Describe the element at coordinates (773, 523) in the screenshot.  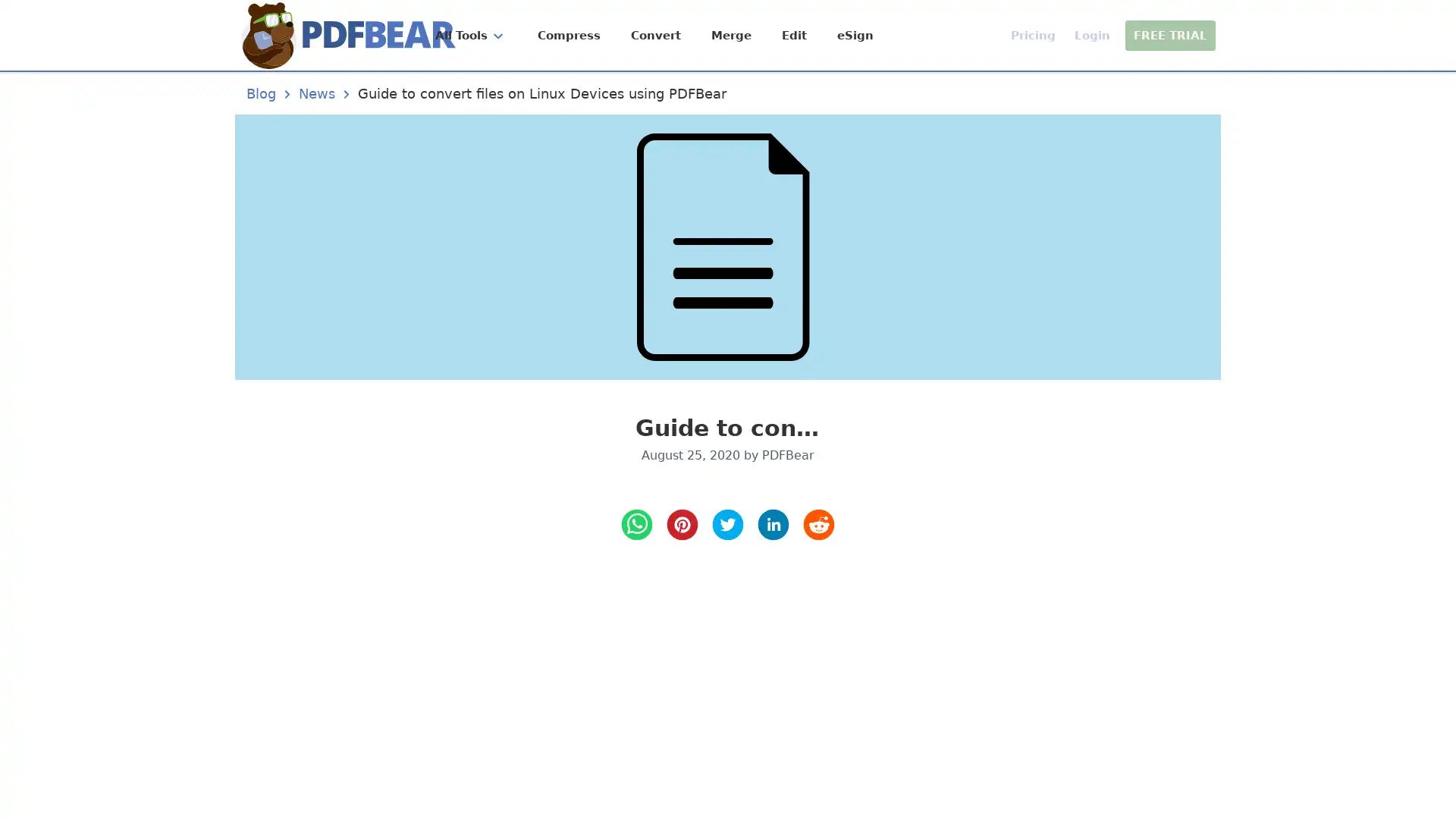
I see `LinkedIn` at that location.